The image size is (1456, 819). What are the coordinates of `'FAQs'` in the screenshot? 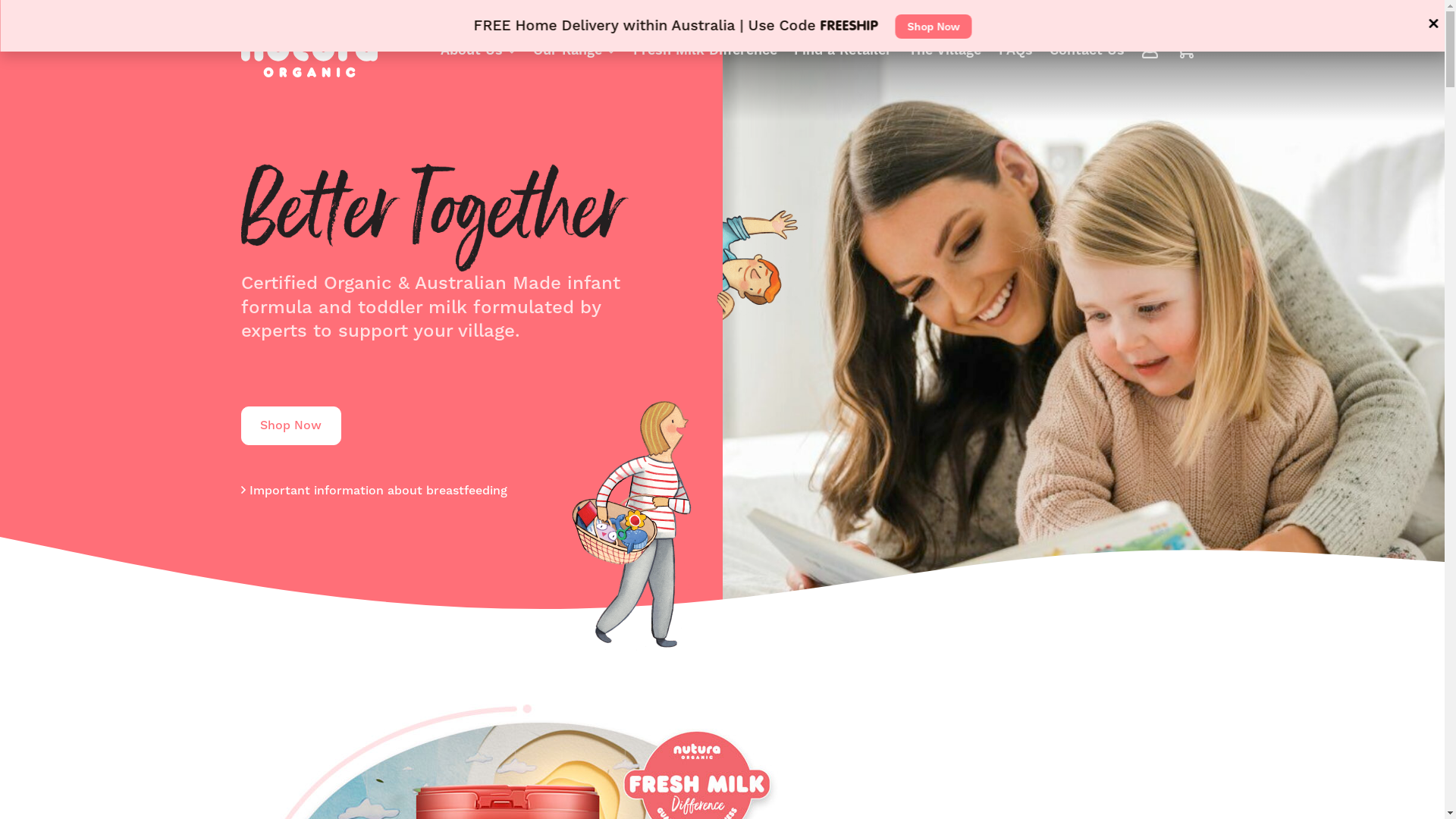 It's located at (1015, 49).